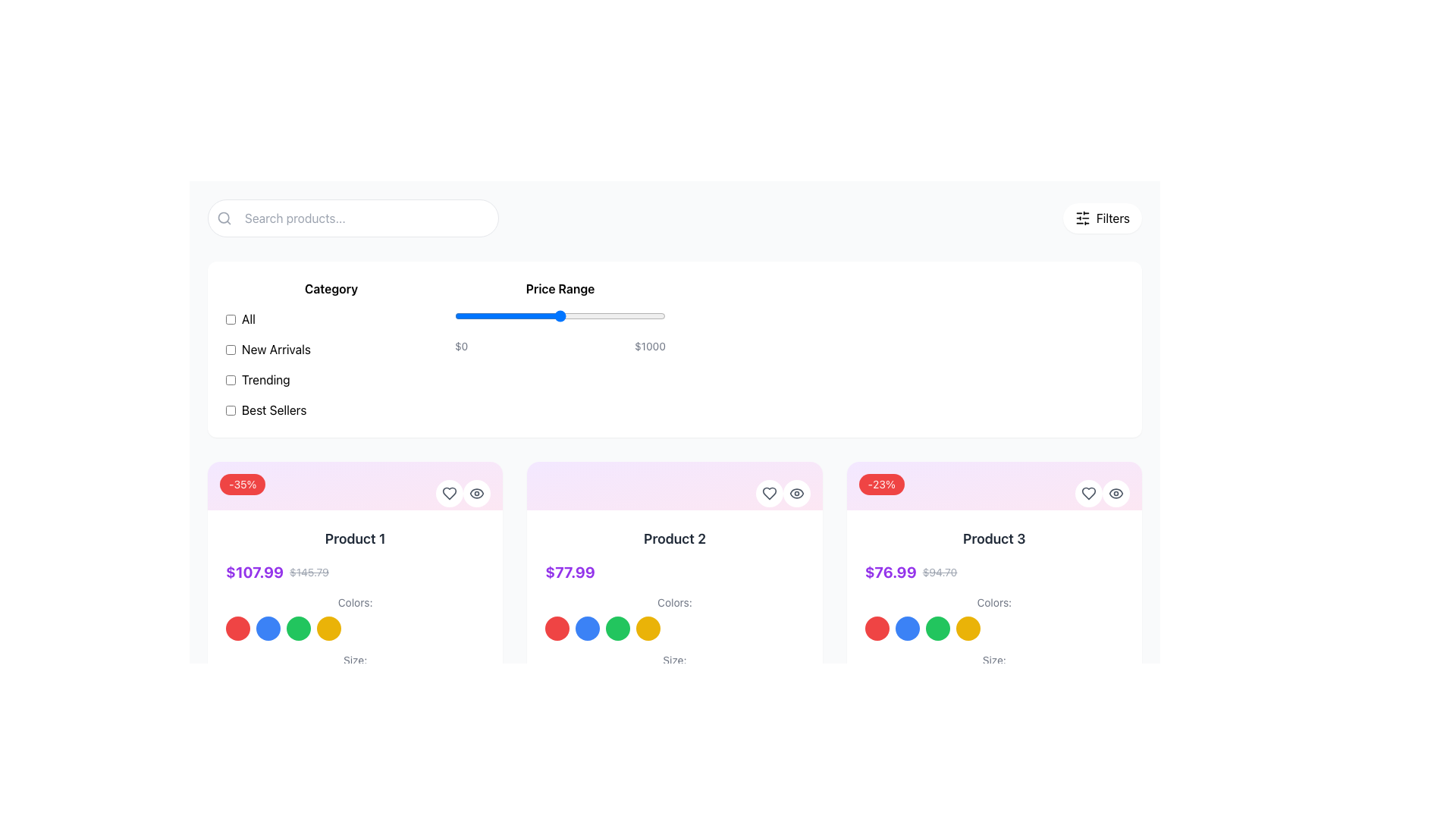  Describe the element at coordinates (353, 629) in the screenshot. I see `the color selection component located below the title 'Colors:'` at that location.